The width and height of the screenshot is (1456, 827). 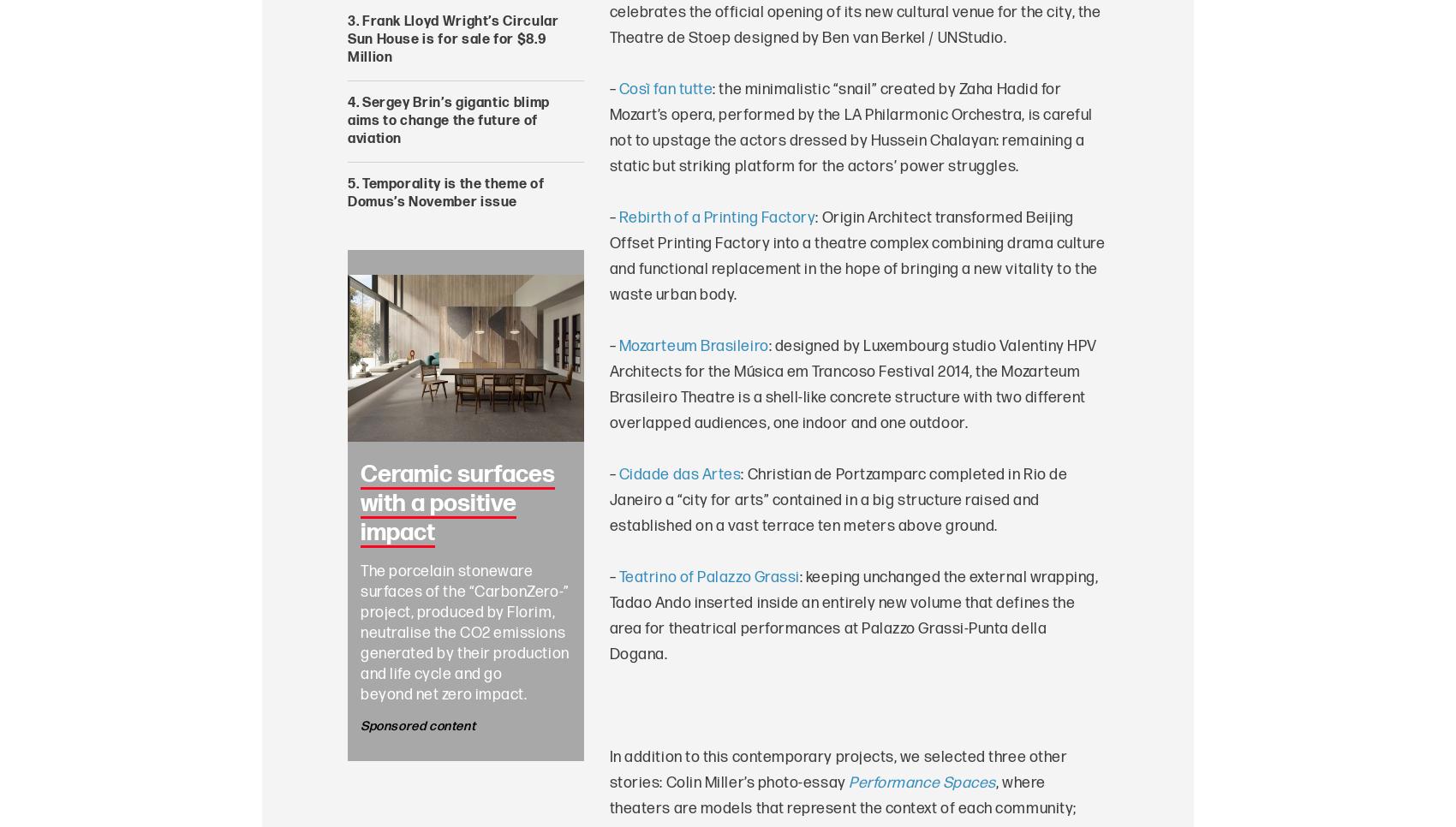 I want to click on 'In addition to this contemporary projects, we selected three other stories: Colin Miller’s photo-essay', so click(x=837, y=769).